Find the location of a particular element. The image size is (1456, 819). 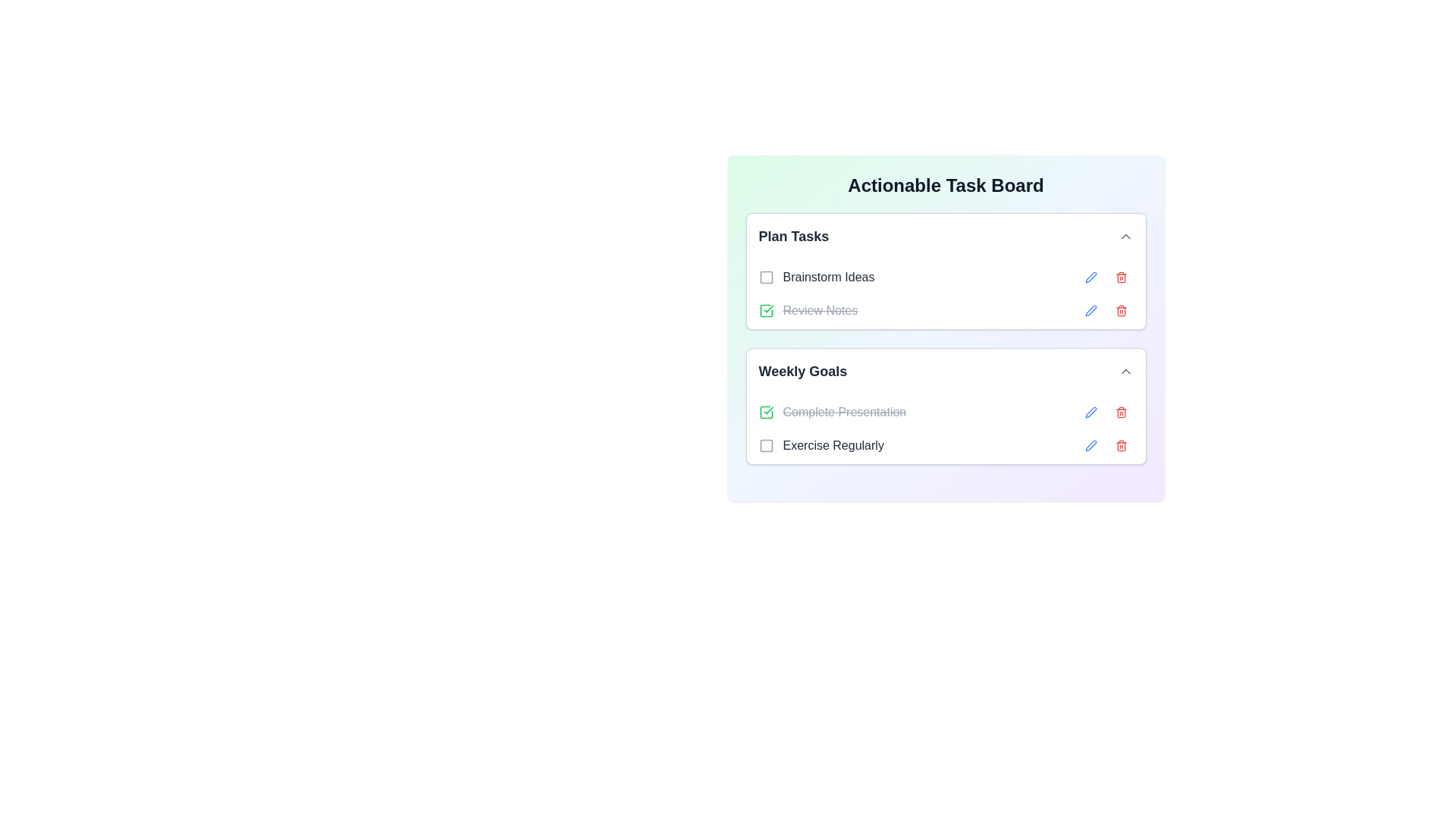

the edit button located in the 'Weekly Goals' section, to the right of the 'Complete Presentation' task is located at coordinates (1090, 412).